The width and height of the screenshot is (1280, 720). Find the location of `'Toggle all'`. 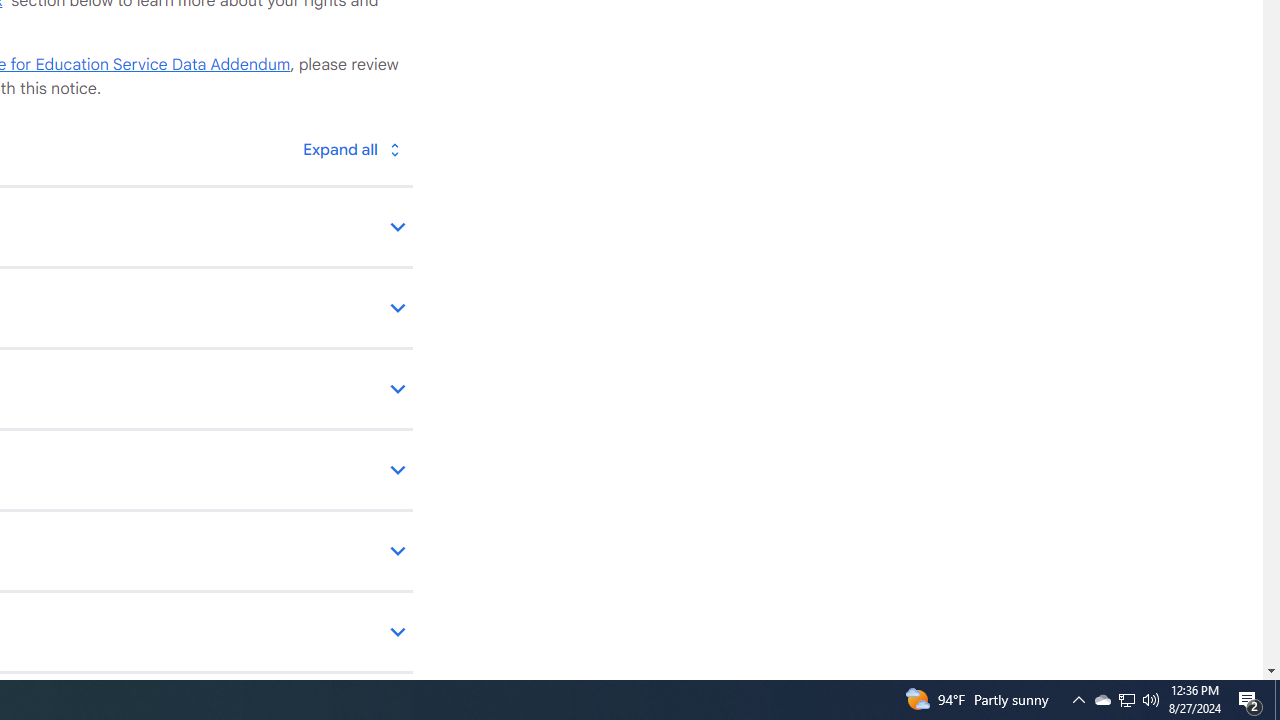

'Toggle all' is located at coordinates (351, 148).